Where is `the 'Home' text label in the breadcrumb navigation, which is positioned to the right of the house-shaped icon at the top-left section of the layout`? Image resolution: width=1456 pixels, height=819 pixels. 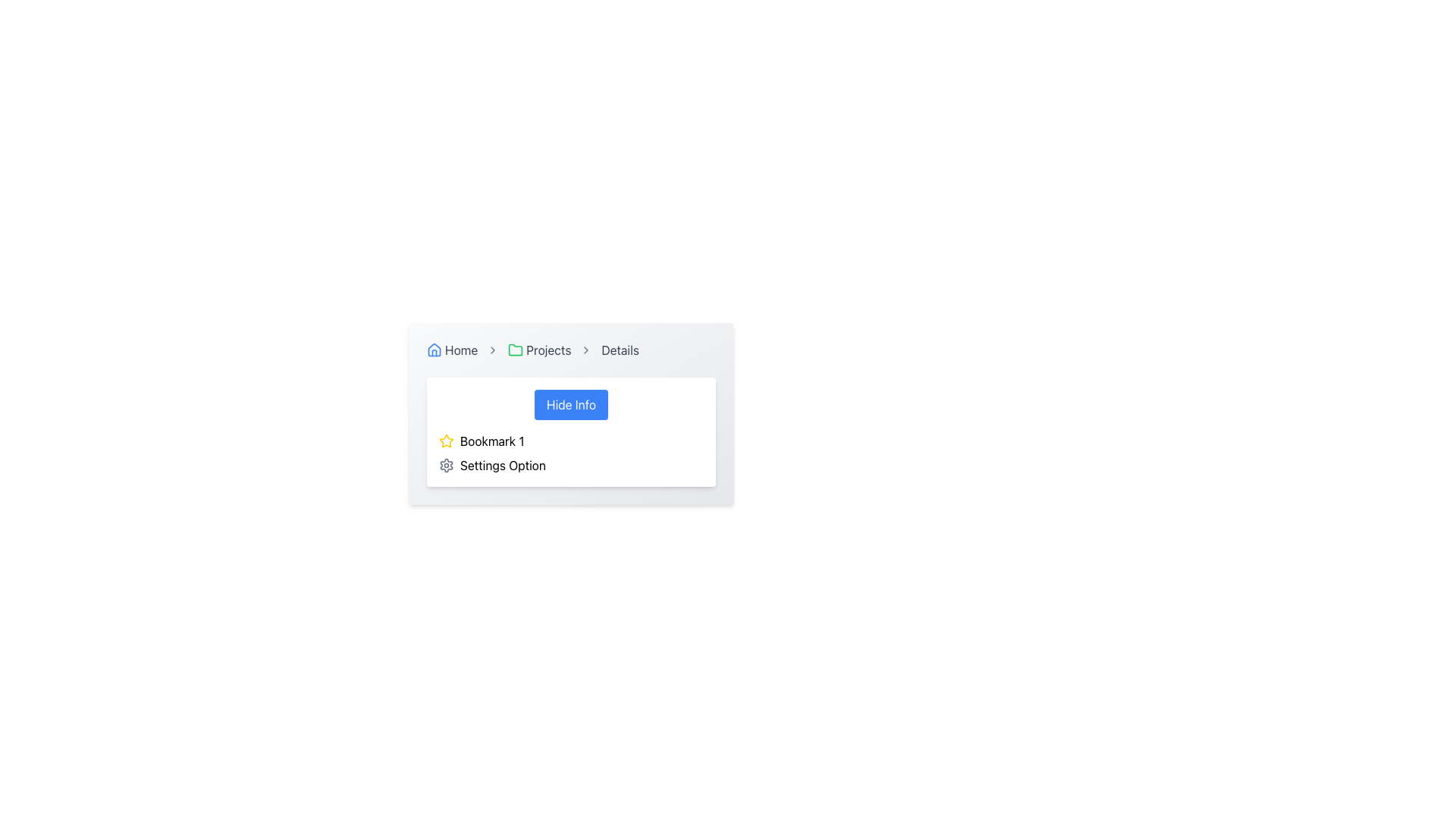 the 'Home' text label in the breadcrumb navigation, which is positioned to the right of the house-shaped icon at the top-left section of the layout is located at coordinates (460, 350).